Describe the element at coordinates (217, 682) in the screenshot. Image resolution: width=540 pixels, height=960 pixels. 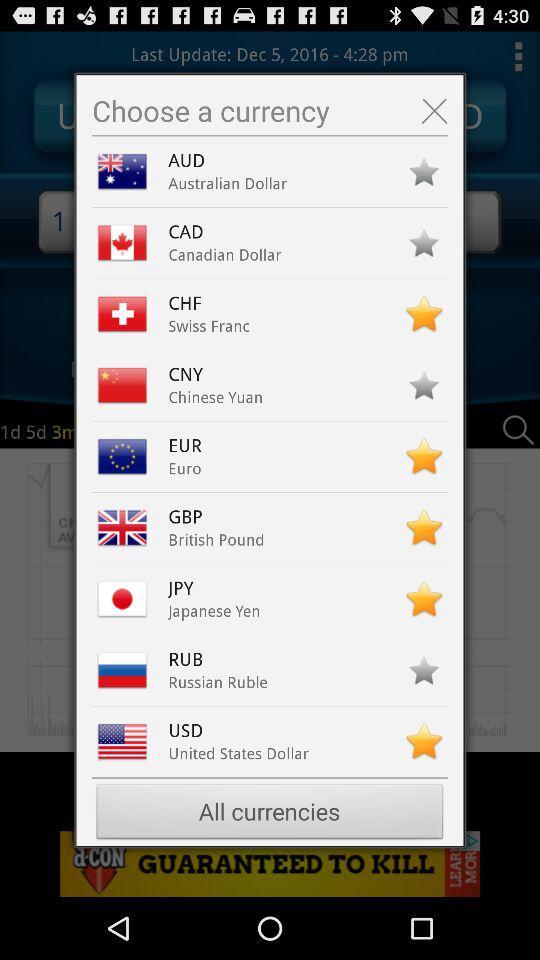
I see `app above usd app` at that location.